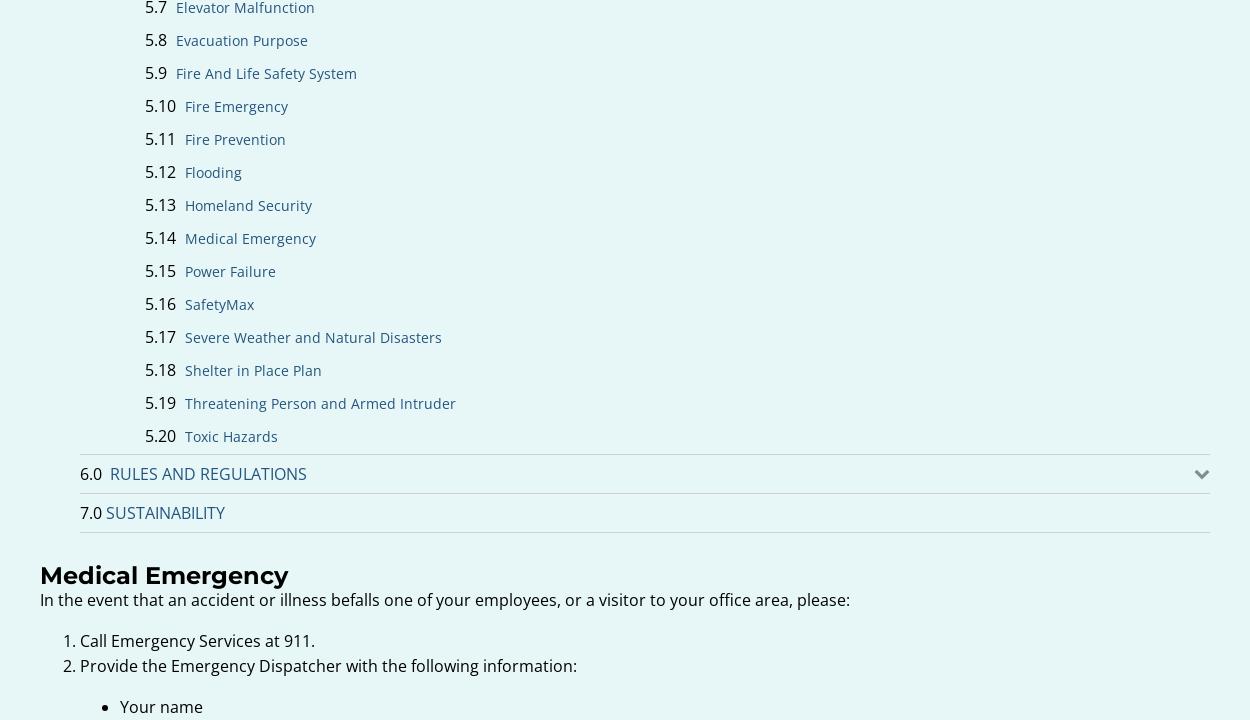 Image resolution: width=1250 pixels, height=720 pixels. What do you see at coordinates (161, 705) in the screenshot?
I see `'Your name'` at bounding box center [161, 705].